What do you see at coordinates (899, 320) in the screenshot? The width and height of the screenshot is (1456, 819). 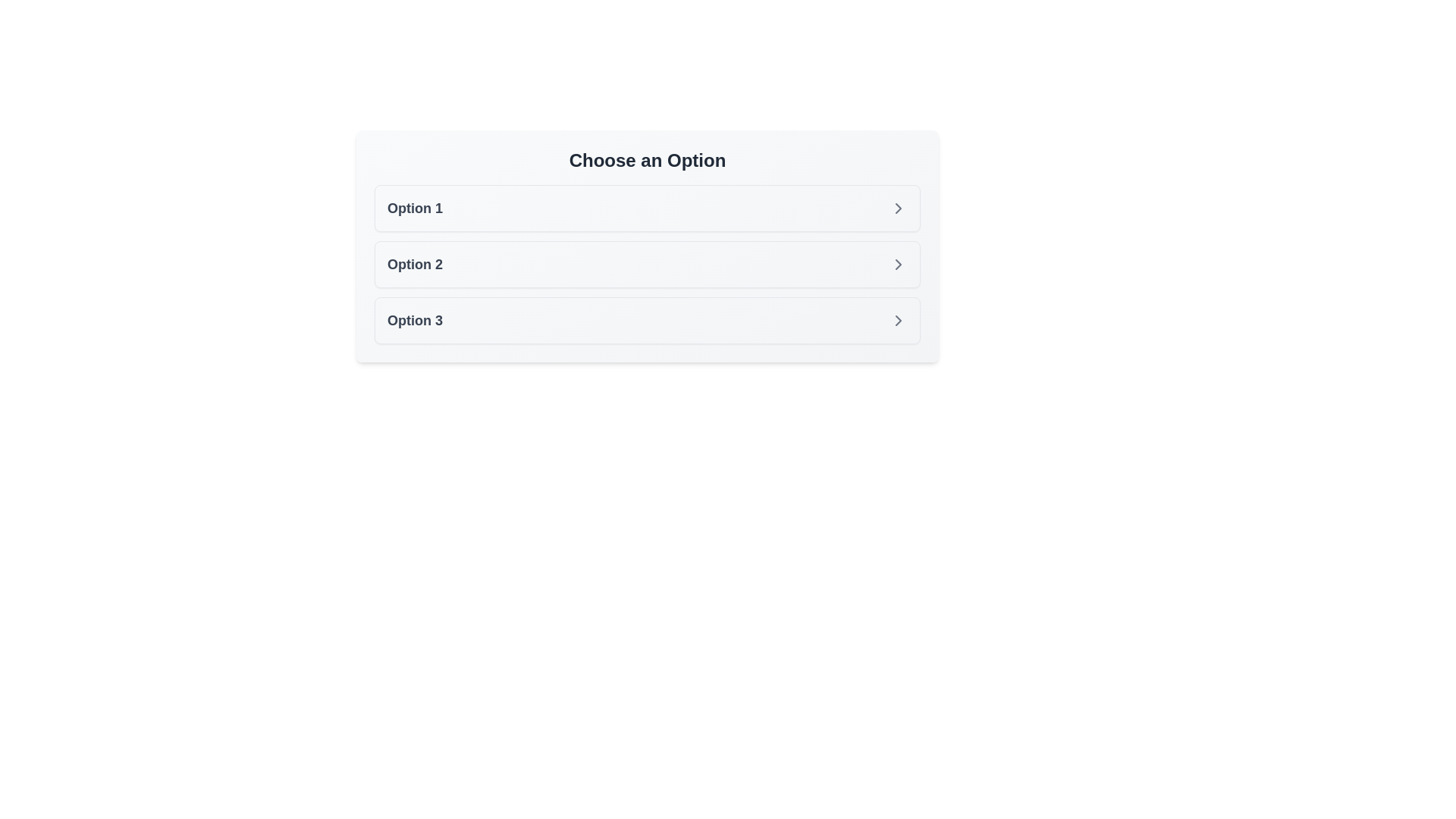 I see `the chevron icon located on the far-right side of 'Option 3' in the 'Choose an Option' menu` at bounding box center [899, 320].